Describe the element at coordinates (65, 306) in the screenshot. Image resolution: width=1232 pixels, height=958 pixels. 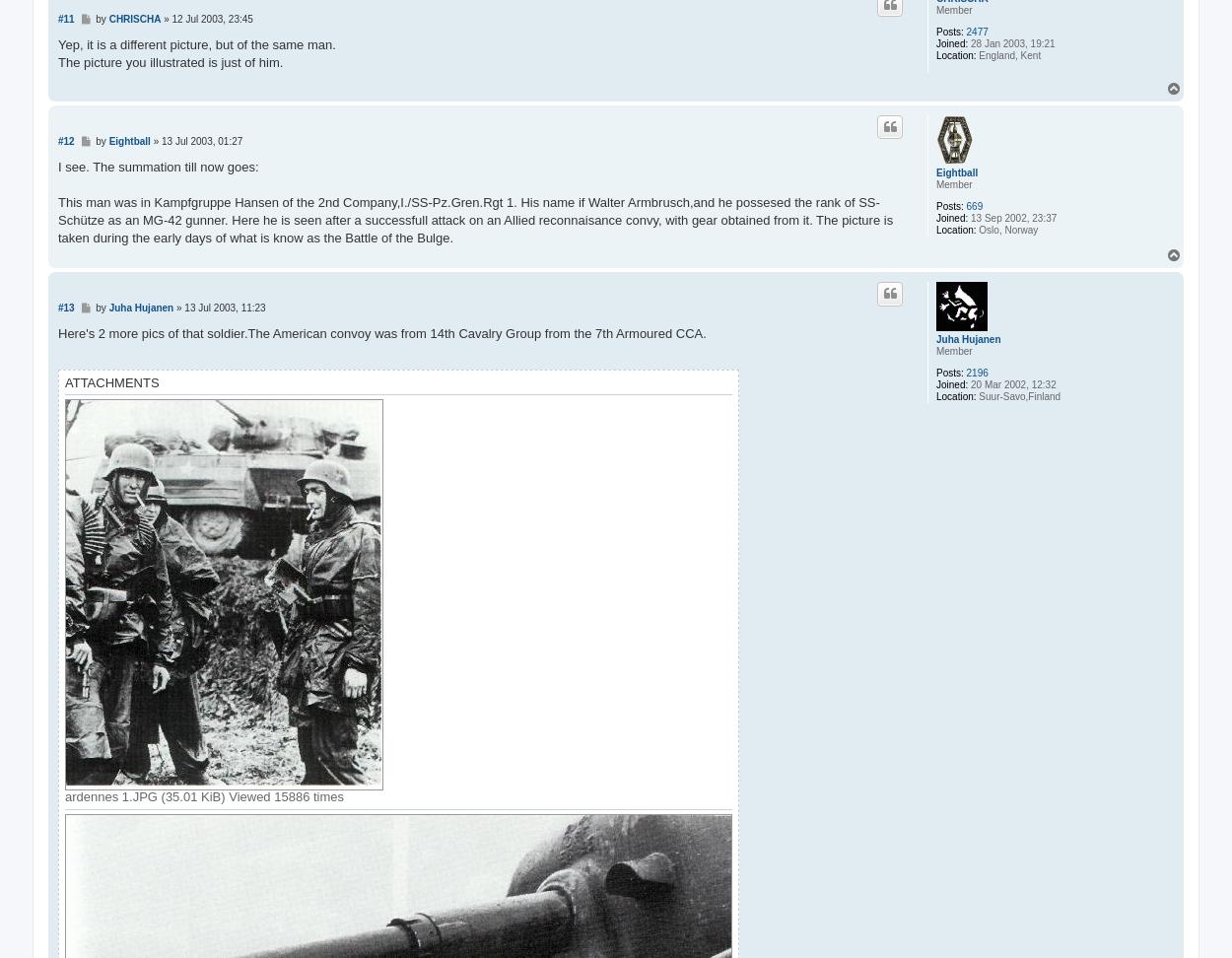
I see `'#13'` at that location.